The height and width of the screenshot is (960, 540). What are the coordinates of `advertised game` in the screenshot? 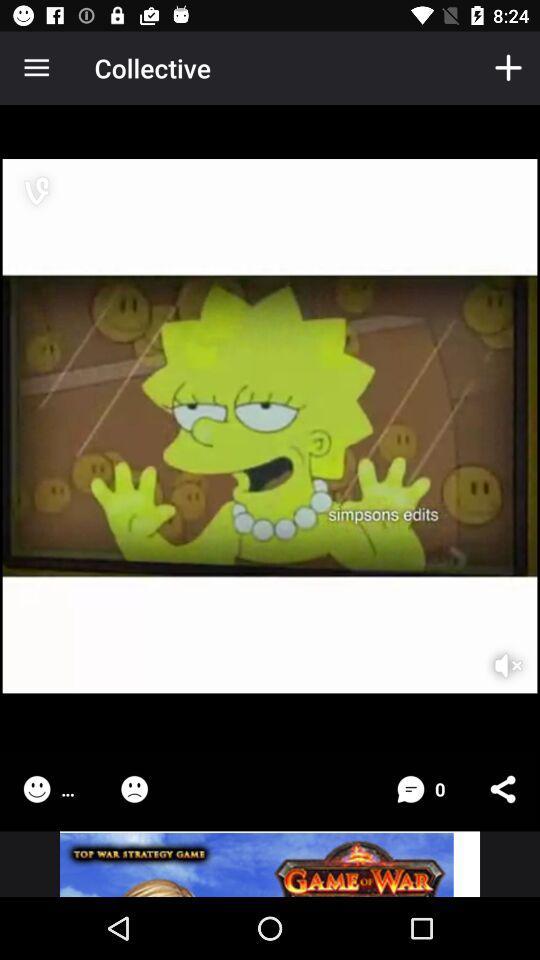 It's located at (270, 863).